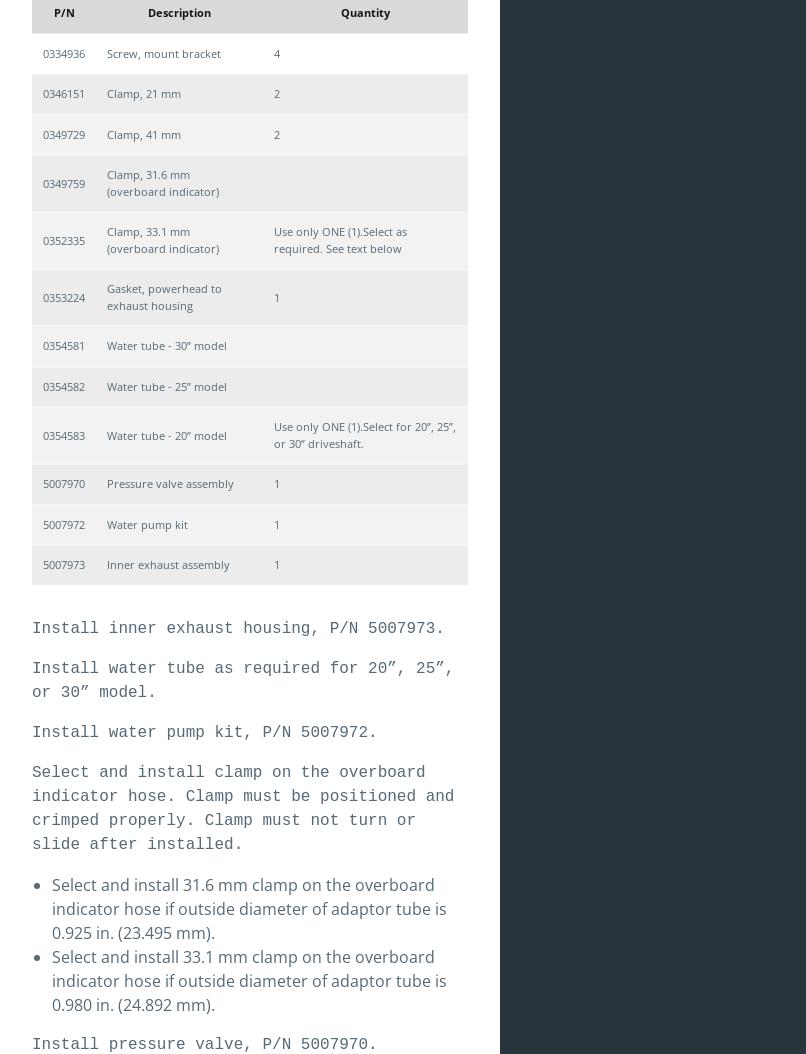  Describe the element at coordinates (199, 626) in the screenshot. I see `'Install inner exhaust housing, P/N'` at that location.